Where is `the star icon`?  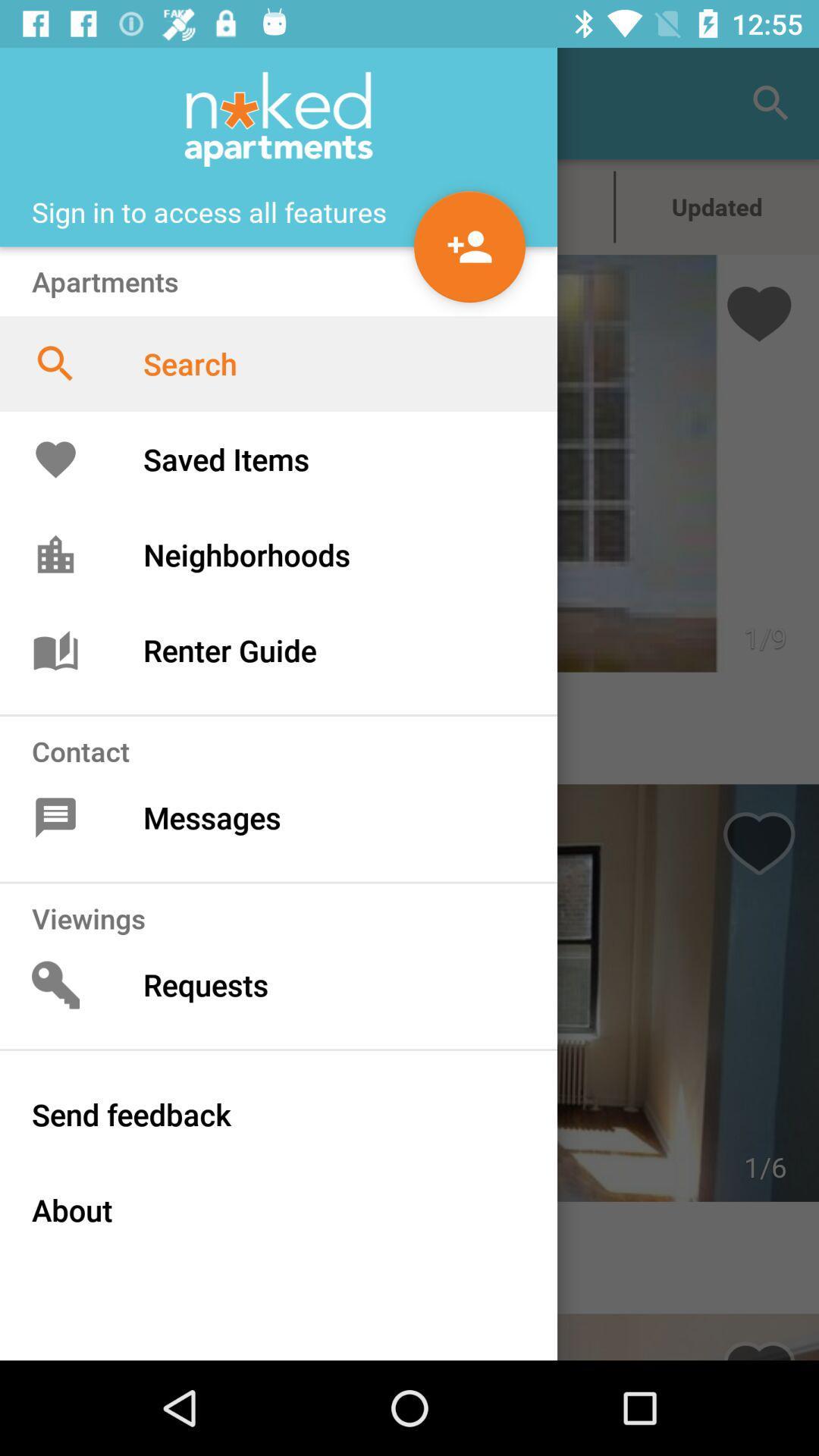
the star icon is located at coordinates (512, 206).